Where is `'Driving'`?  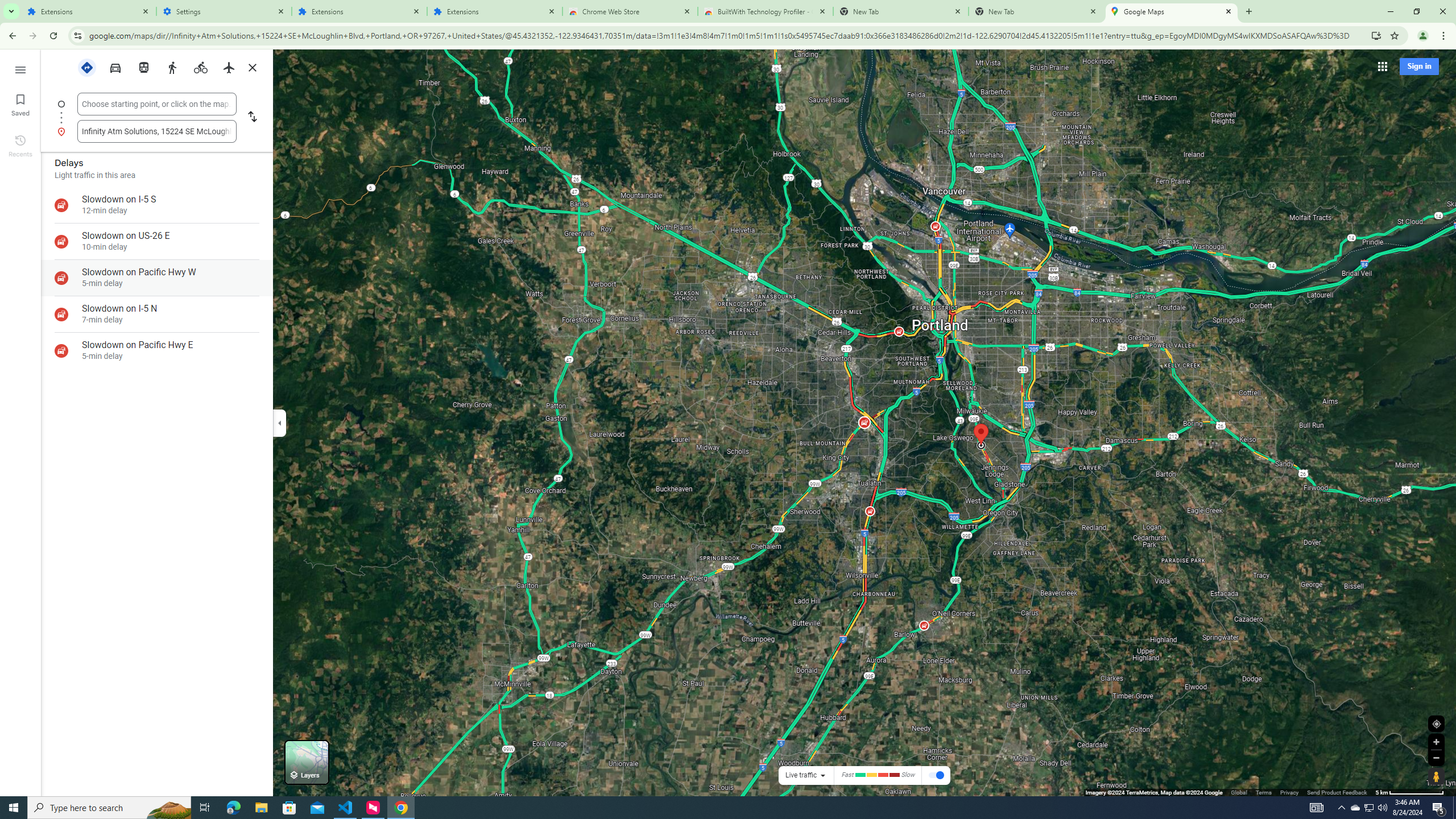 'Driving' is located at coordinates (115, 66).